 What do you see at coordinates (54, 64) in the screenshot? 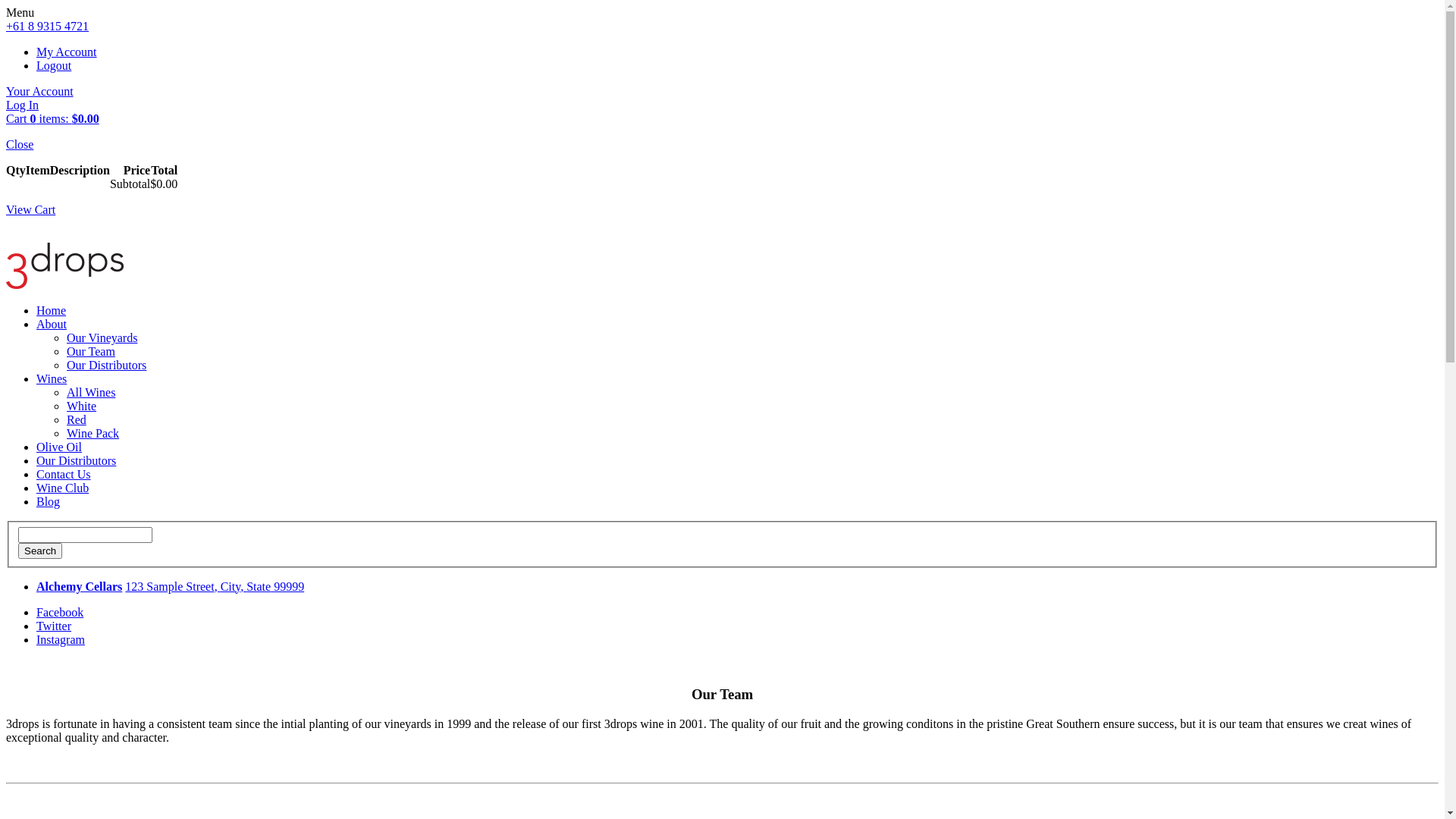
I see `'Logout'` at bounding box center [54, 64].